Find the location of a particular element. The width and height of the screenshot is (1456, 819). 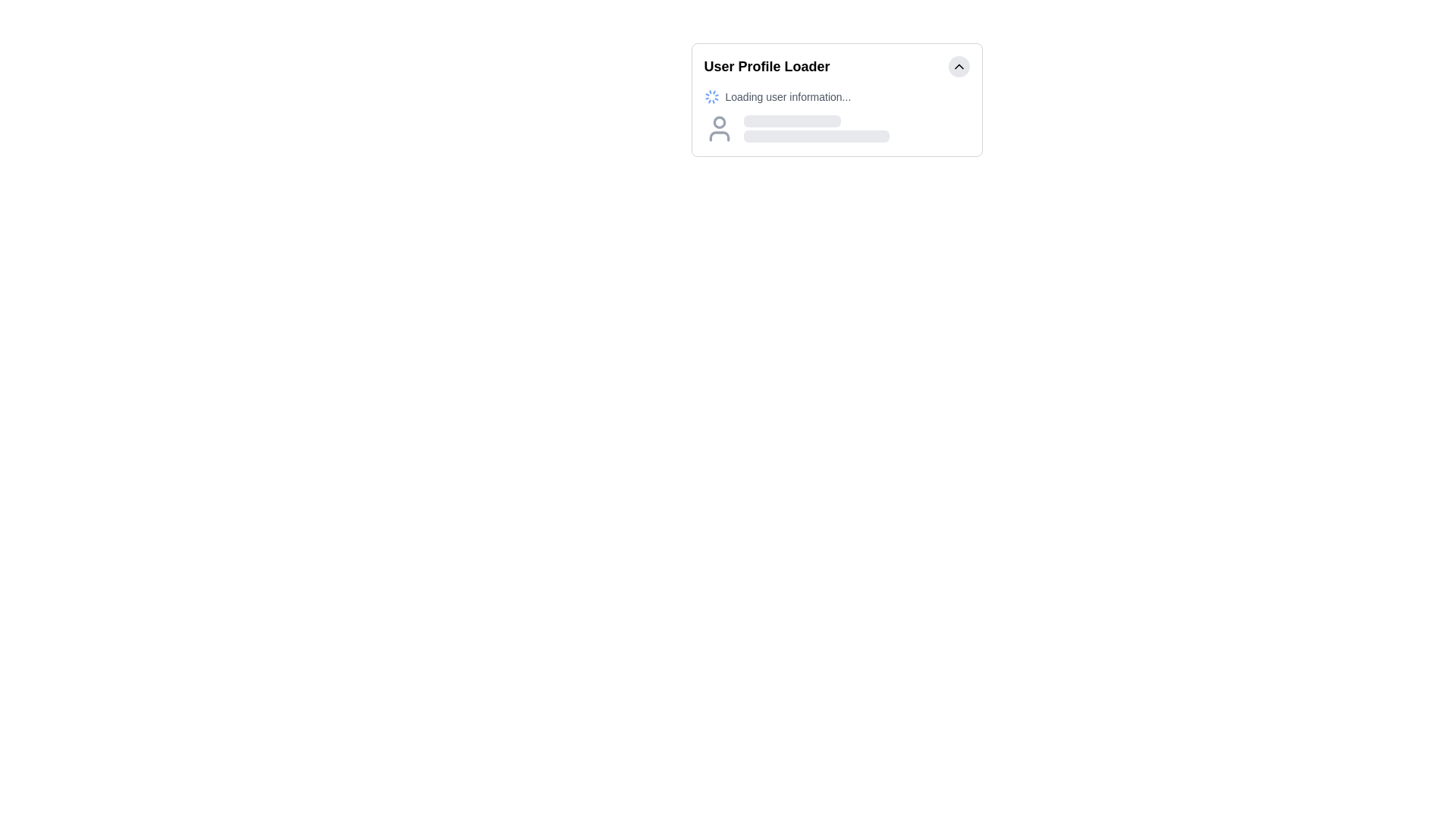

the Placeholder Loader Bar located in the second row of the 'User Profile Loader' card layout, which acts as a visual placeholder for a data field that is currently loading or unavailable is located at coordinates (815, 136).